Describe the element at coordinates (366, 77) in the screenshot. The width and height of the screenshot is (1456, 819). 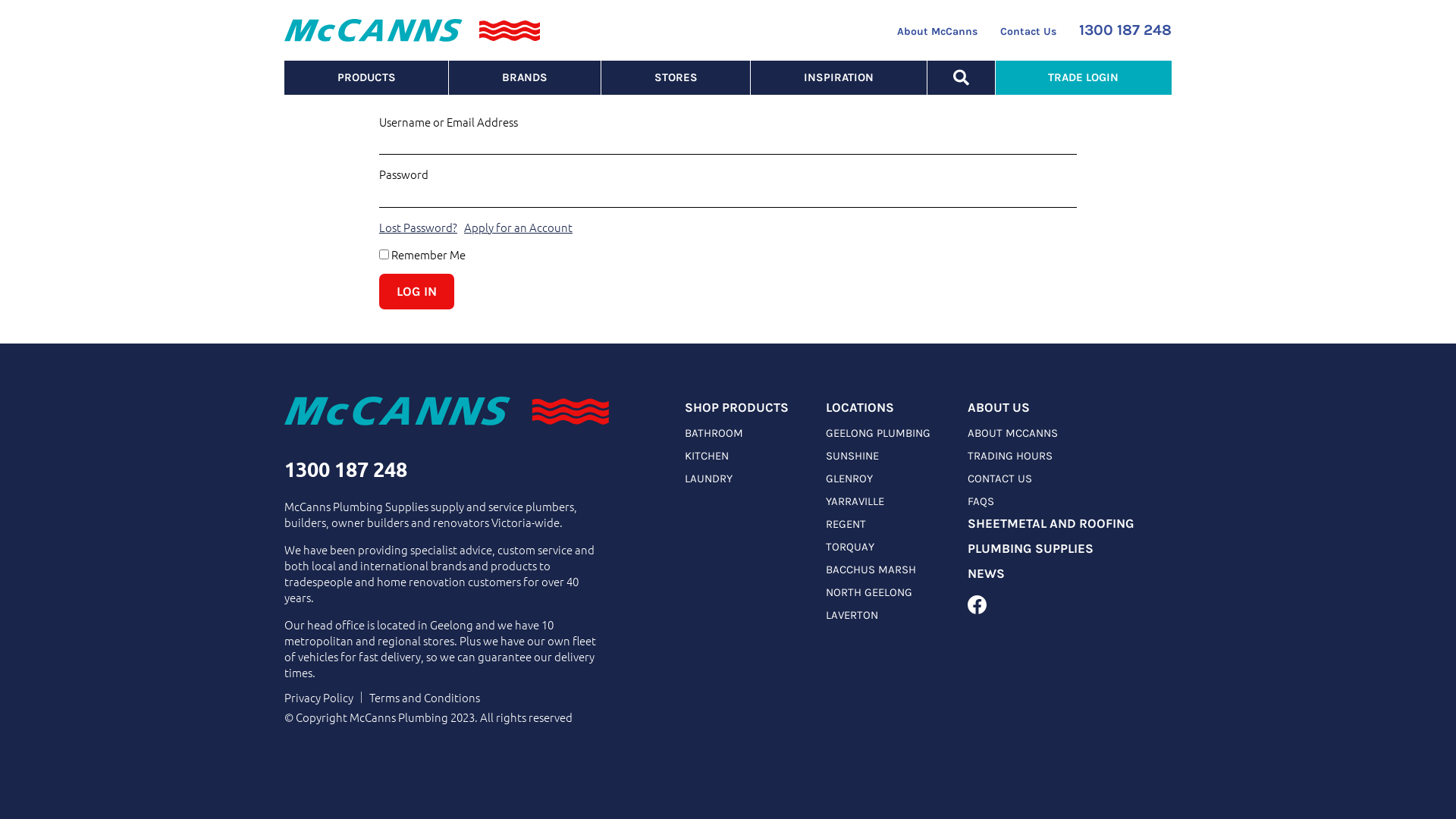
I see `'PRODUCTS'` at that location.